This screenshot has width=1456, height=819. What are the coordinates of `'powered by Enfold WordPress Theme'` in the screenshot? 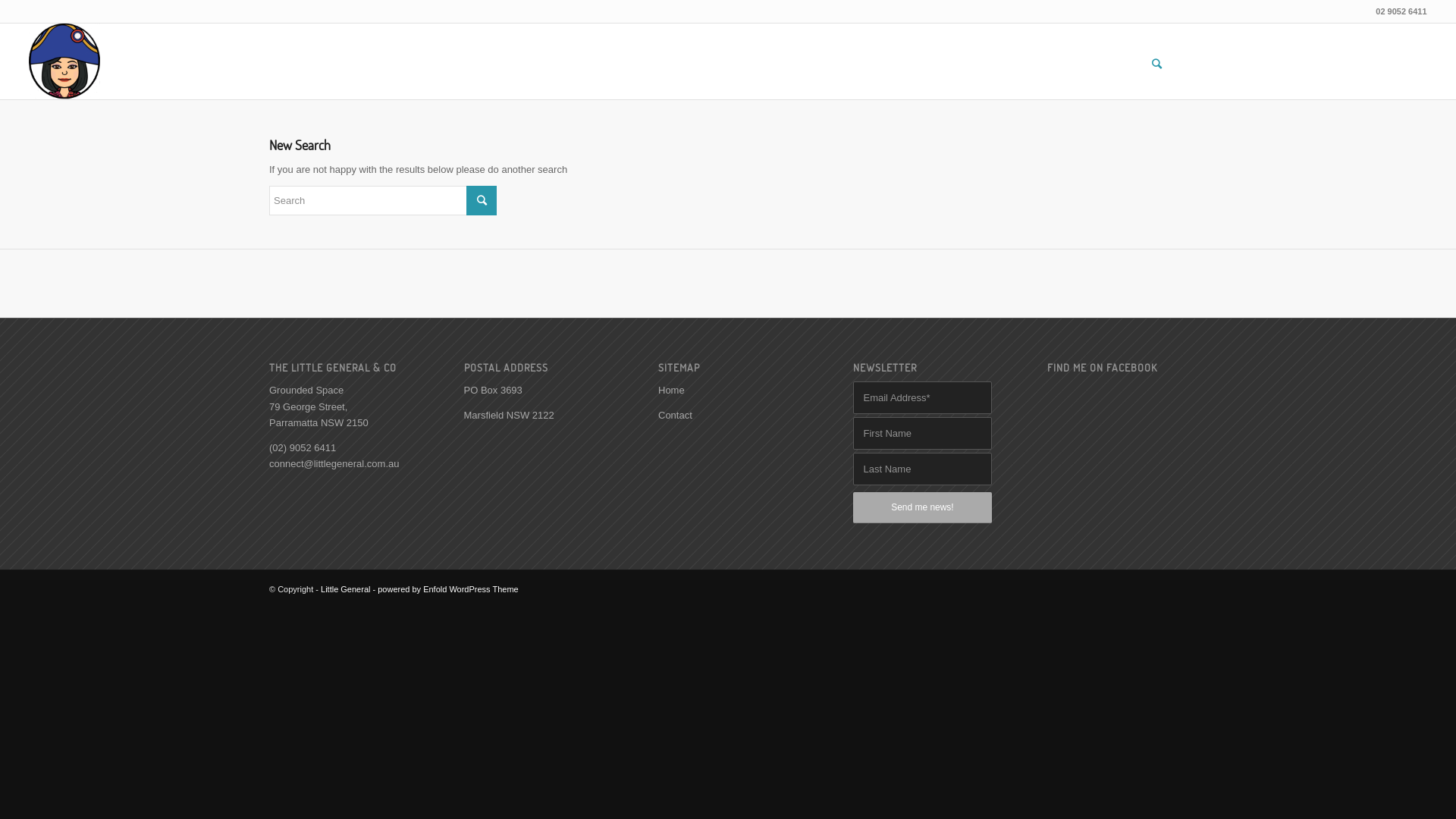 It's located at (378, 588).